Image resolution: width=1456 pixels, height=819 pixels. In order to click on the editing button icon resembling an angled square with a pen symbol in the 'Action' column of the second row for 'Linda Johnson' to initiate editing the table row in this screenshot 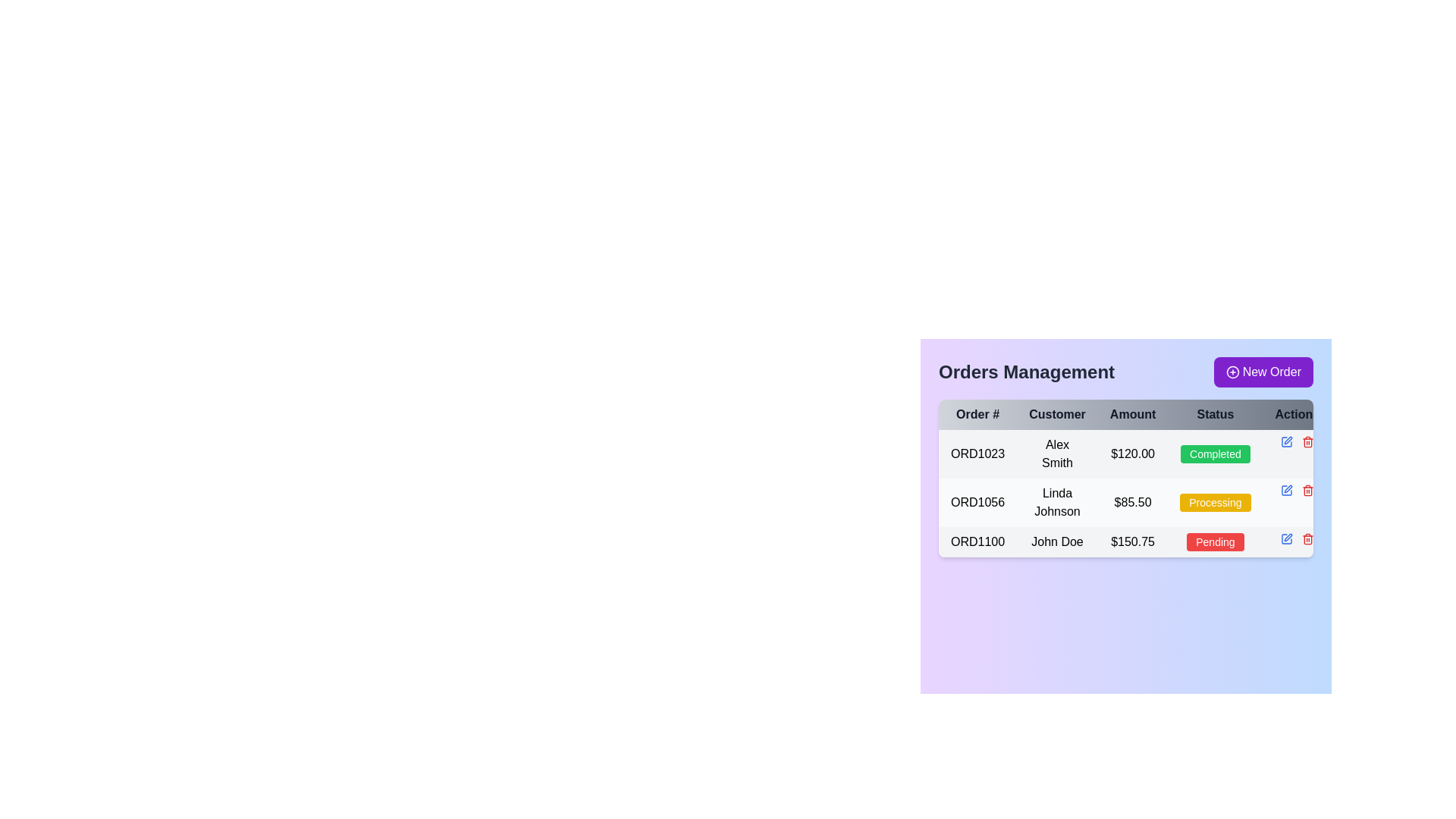, I will do `click(1287, 441)`.